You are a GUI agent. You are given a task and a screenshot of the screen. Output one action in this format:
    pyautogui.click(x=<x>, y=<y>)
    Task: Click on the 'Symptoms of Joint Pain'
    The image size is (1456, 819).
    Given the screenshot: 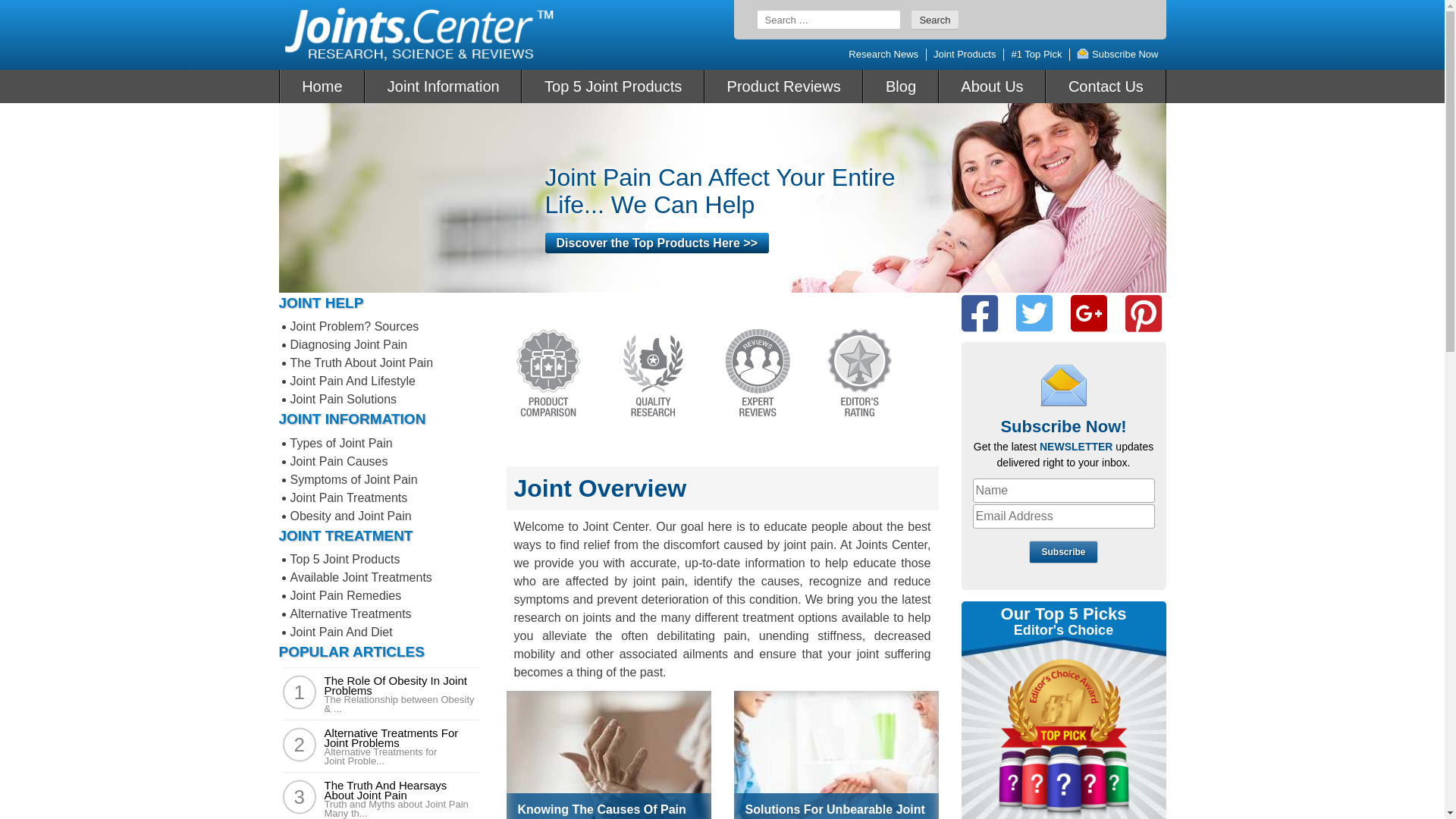 What is the action you would take?
    pyautogui.click(x=352, y=479)
    